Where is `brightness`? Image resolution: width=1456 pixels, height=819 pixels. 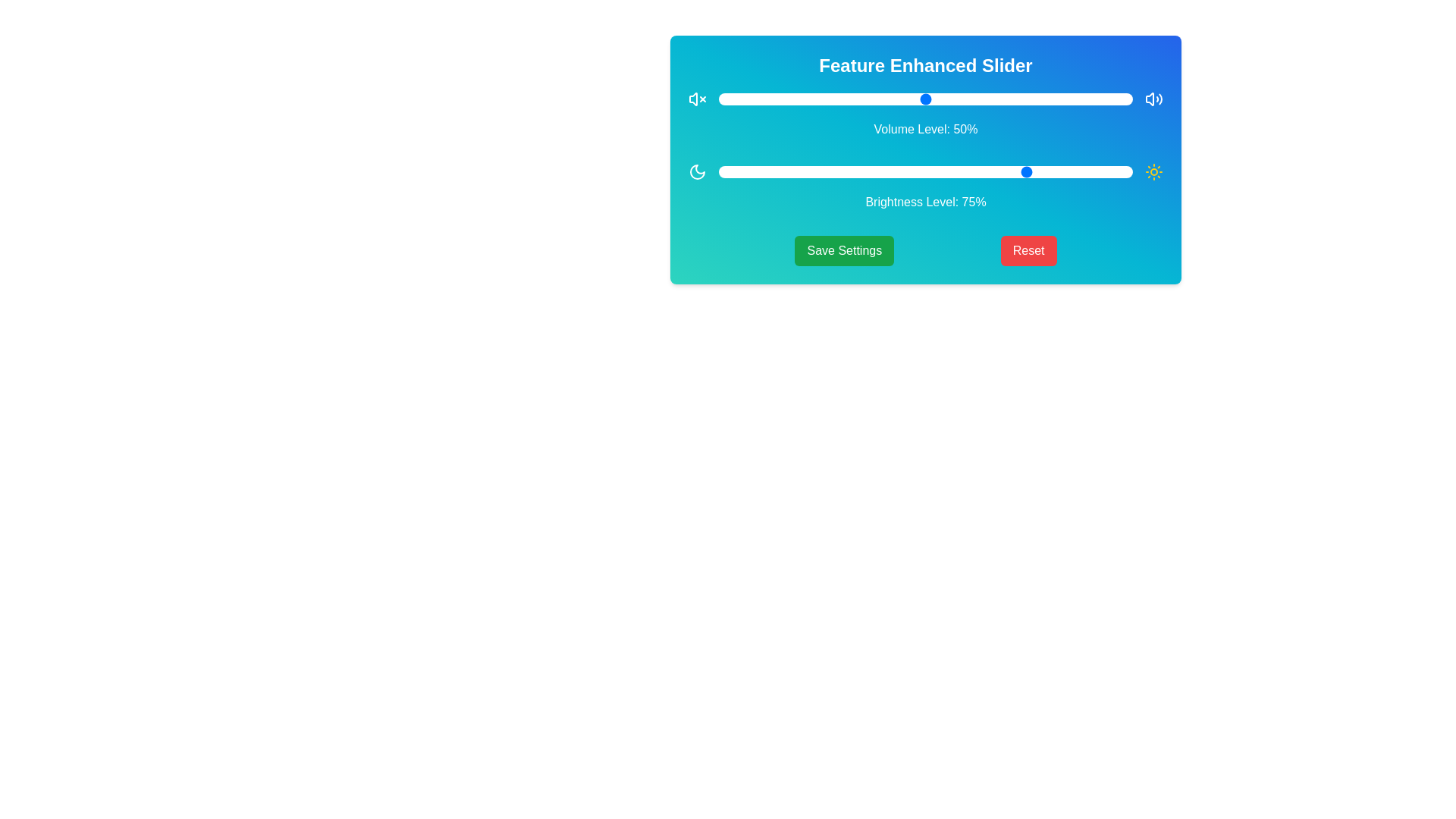
brightness is located at coordinates (1086, 171).